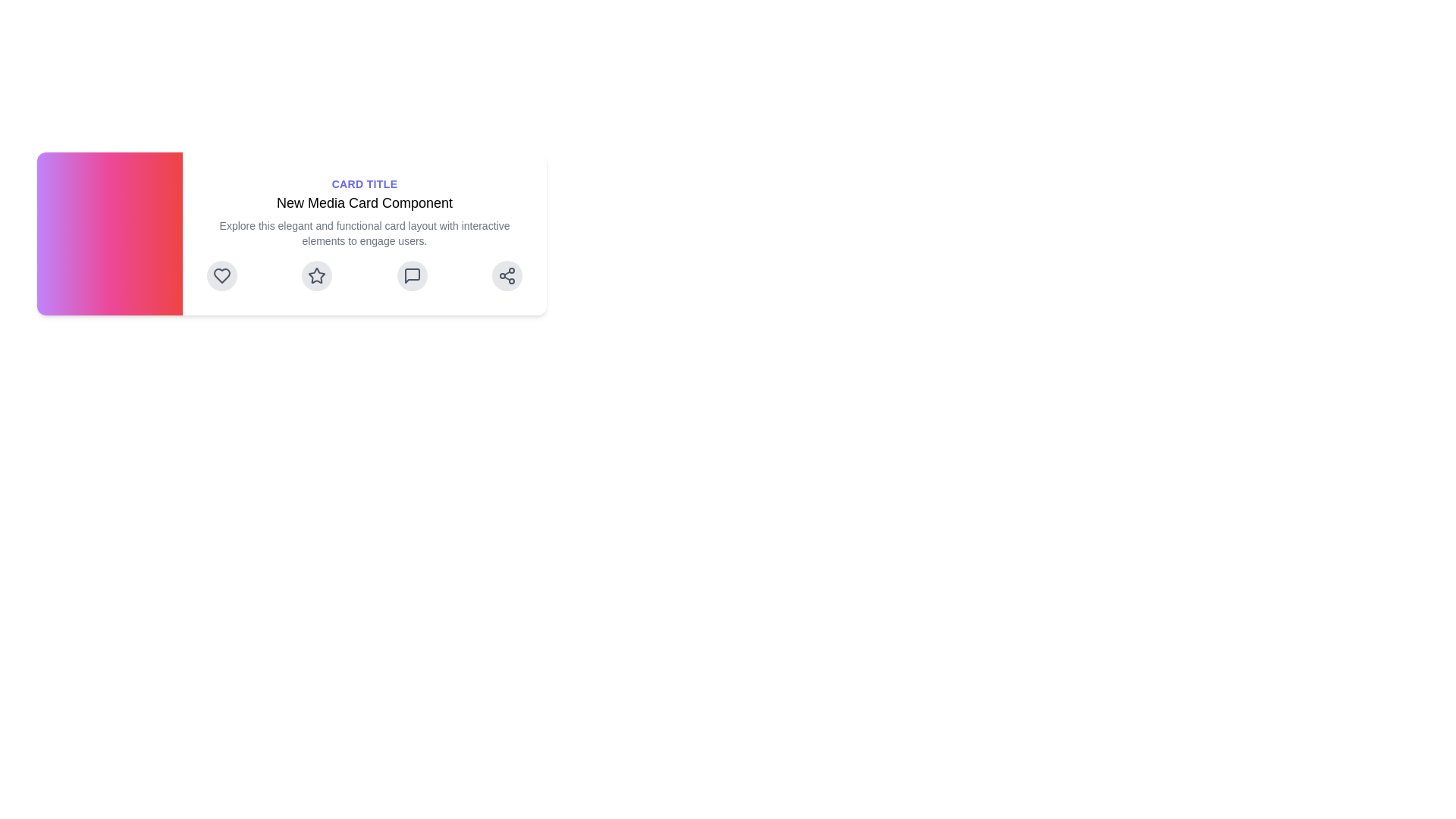 The width and height of the screenshot is (1456, 819). What do you see at coordinates (412, 275) in the screenshot?
I see `the message/comment icon, which is the third button from the left in a horizontal row of circular buttons beneath the main card content` at bounding box center [412, 275].